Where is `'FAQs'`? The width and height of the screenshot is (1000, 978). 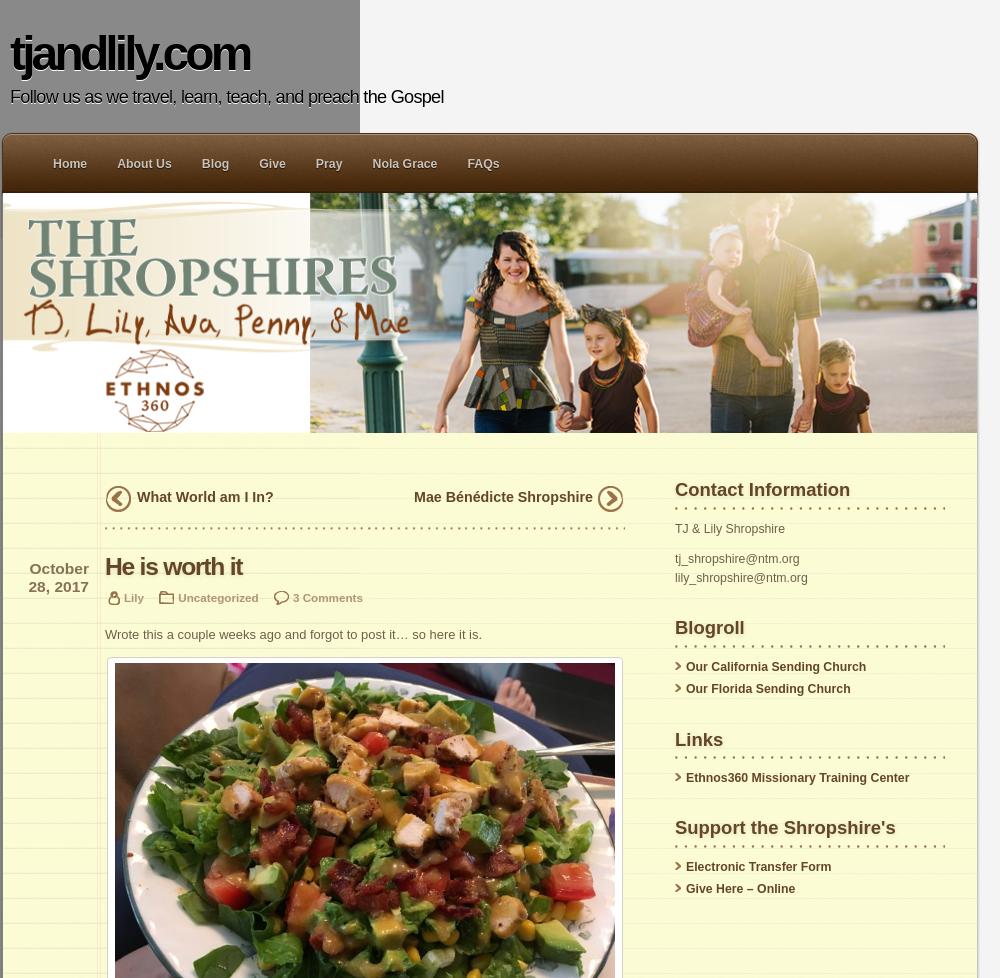 'FAQs' is located at coordinates (466, 164).